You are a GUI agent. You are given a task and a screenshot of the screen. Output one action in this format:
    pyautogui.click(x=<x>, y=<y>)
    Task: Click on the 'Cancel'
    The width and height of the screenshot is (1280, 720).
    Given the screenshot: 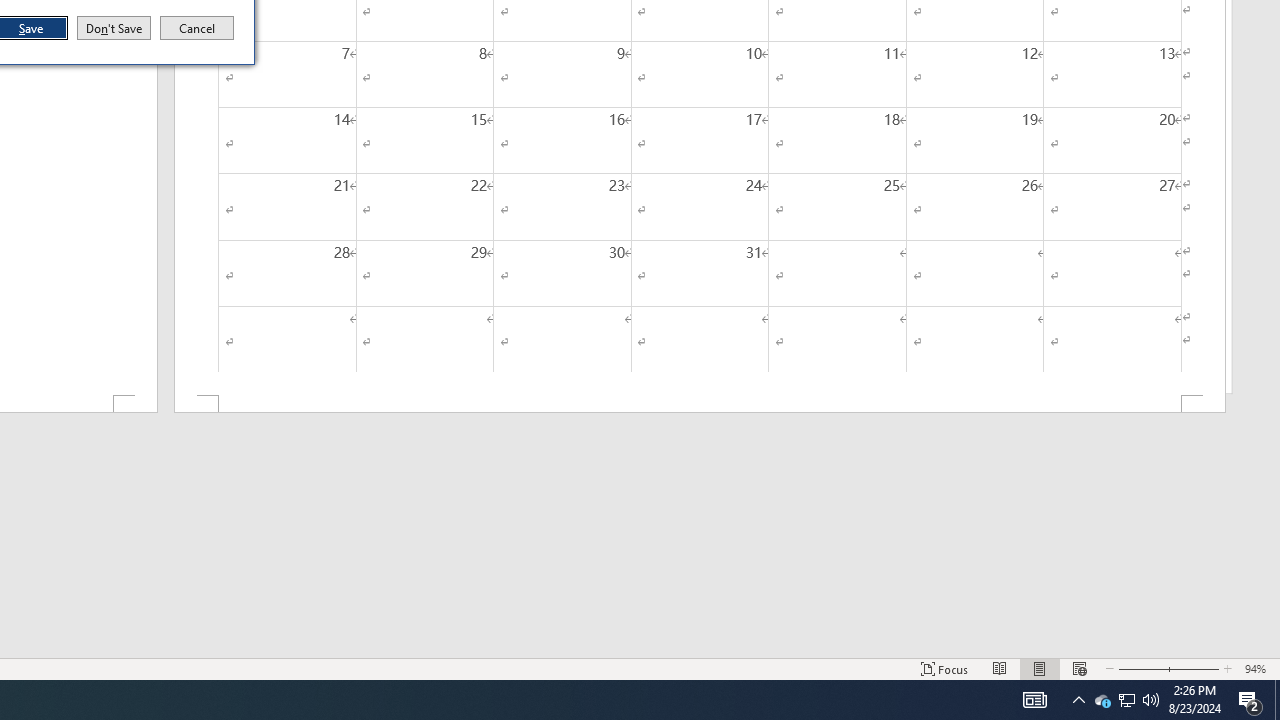 What is the action you would take?
    pyautogui.click(x=197, y=28)
    